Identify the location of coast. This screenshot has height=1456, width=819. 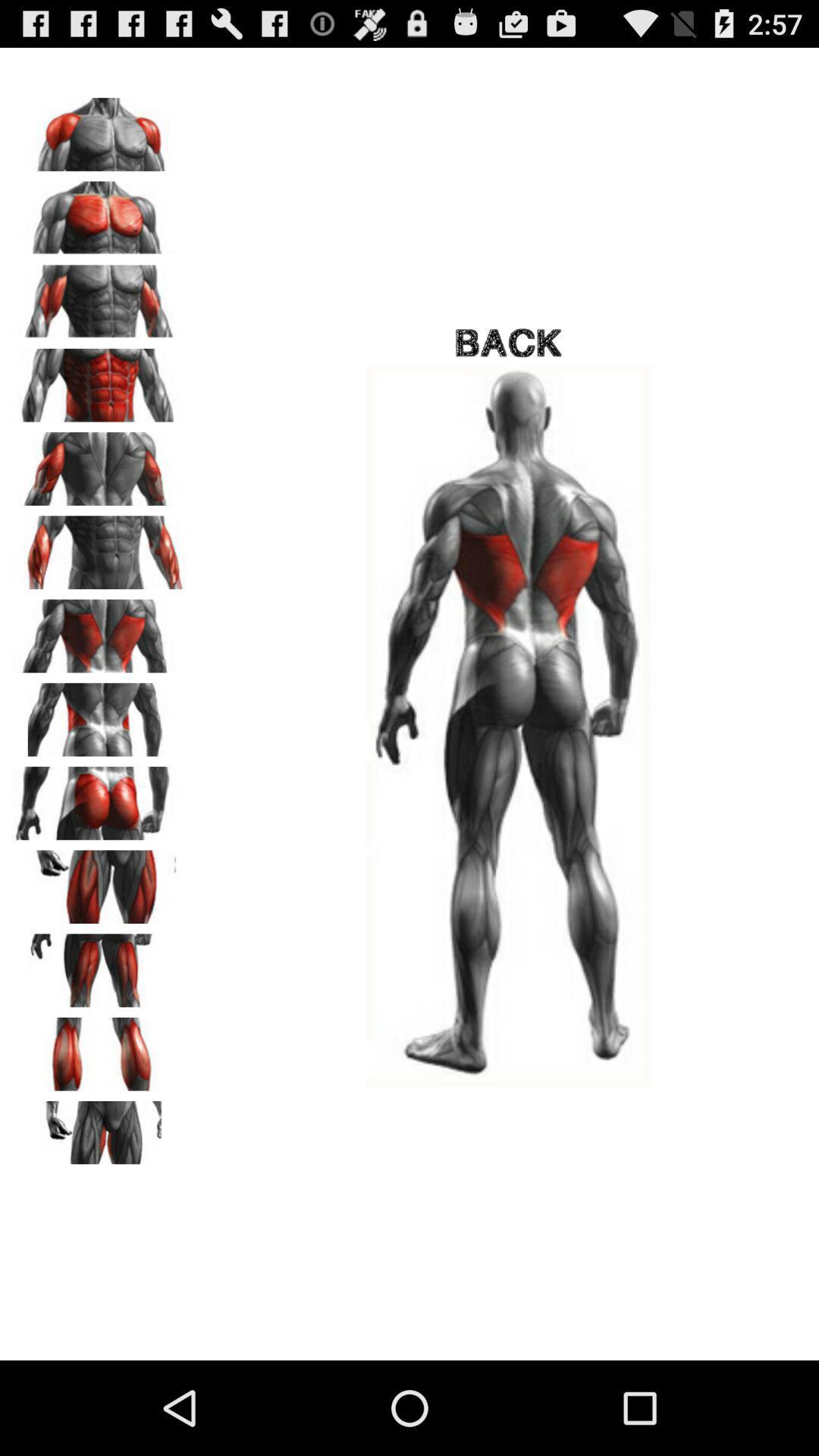
(99, 463).